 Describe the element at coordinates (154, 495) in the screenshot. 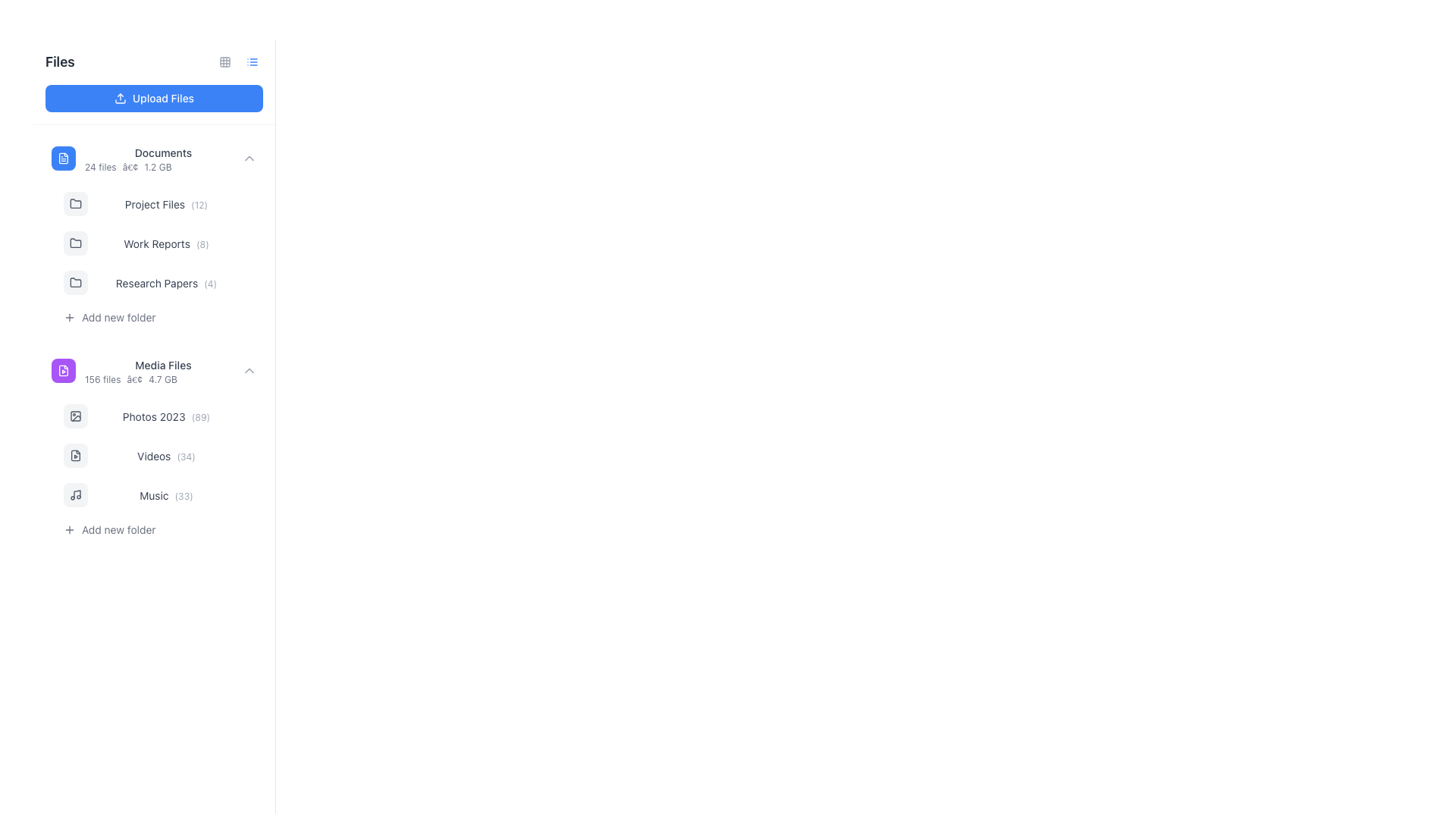

I see `the 'Music' text element` at that location.